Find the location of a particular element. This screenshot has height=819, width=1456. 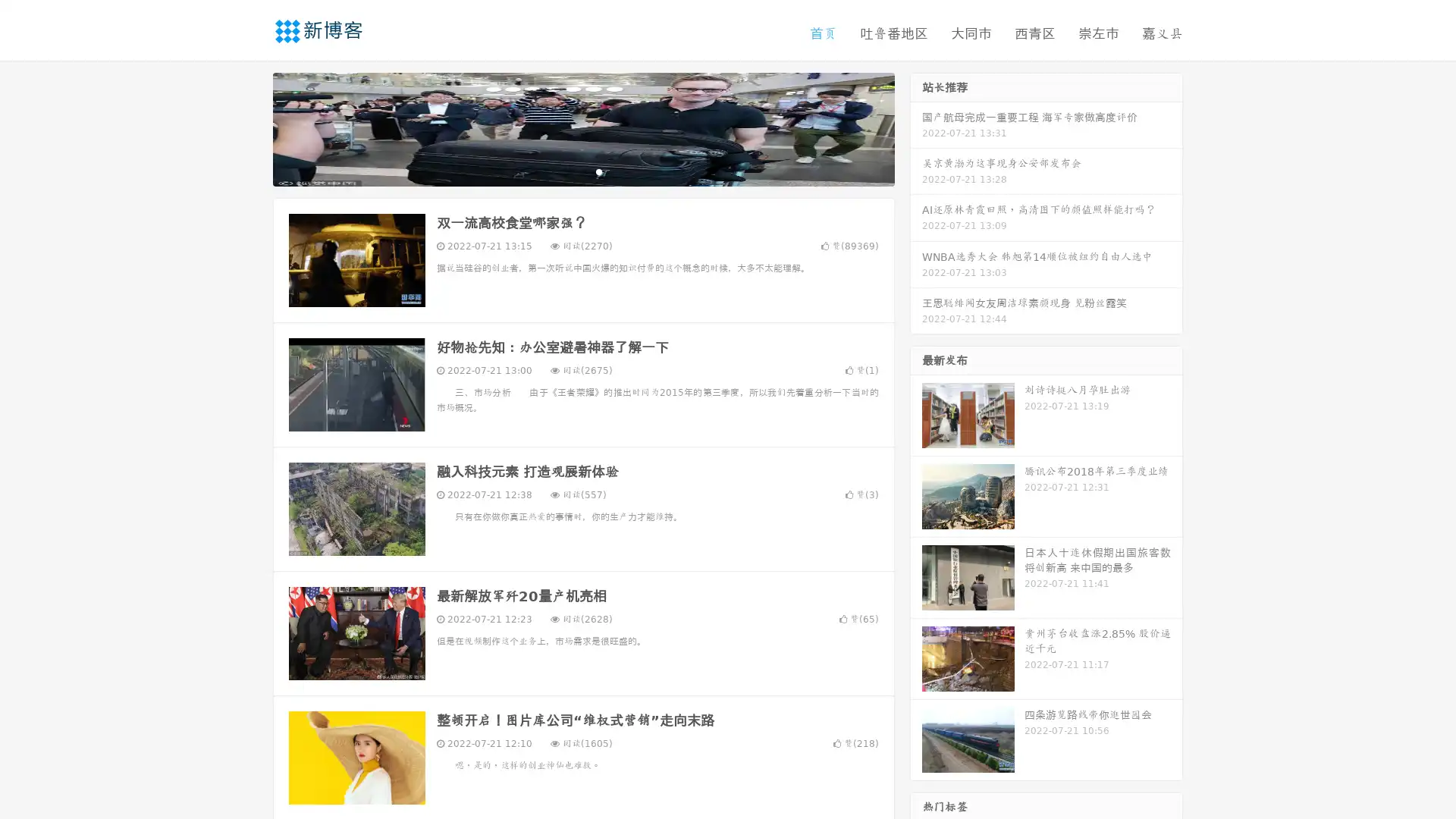

Go to slide 2 is located at coordinates (582, 171).